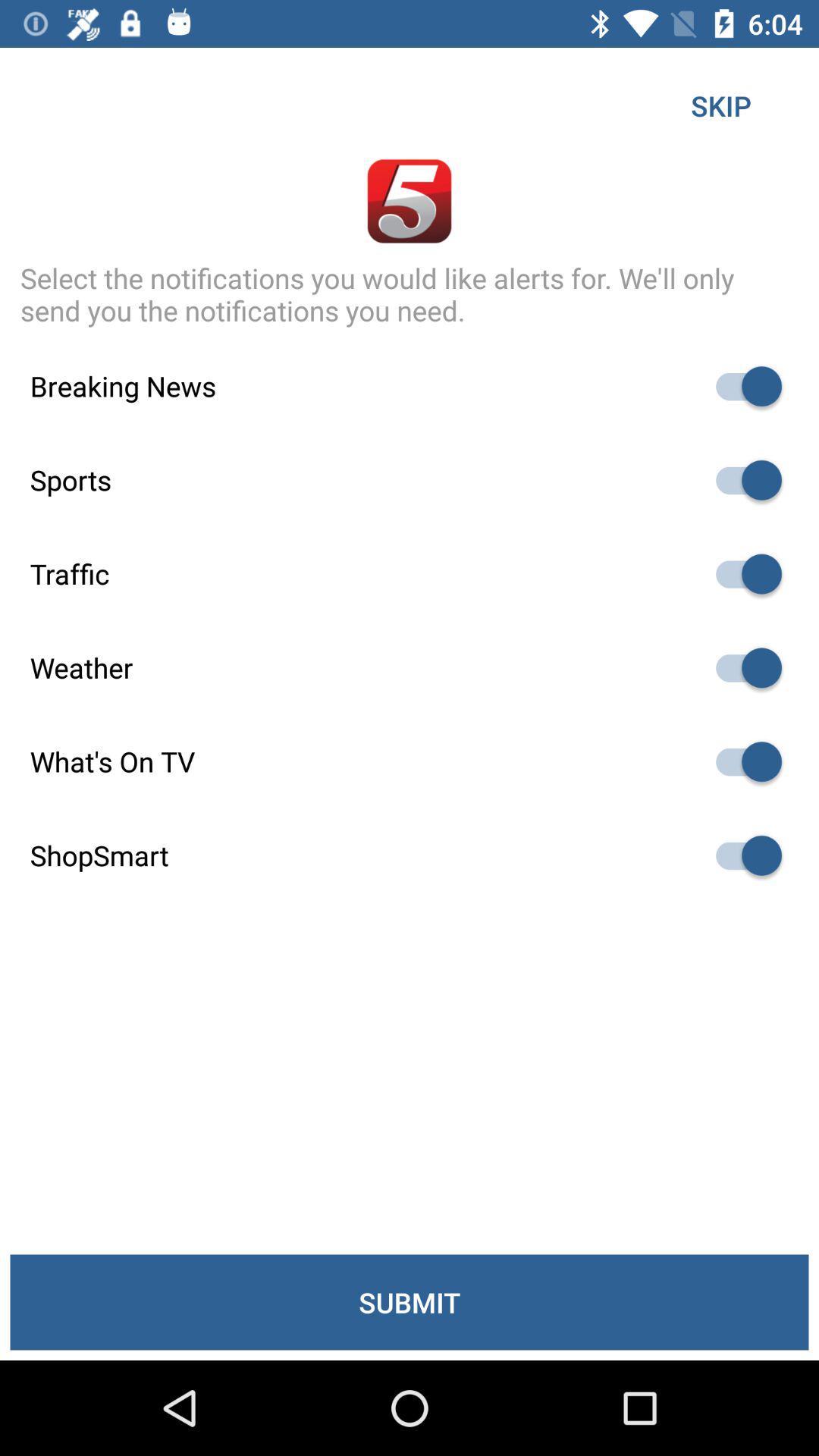 Image resolution: width=819 pixels, height=1456 pixels. What do you see at coordinates (741, 761) in the screenshot?
I see `press option 5 down` at bounding box center [741, 761].